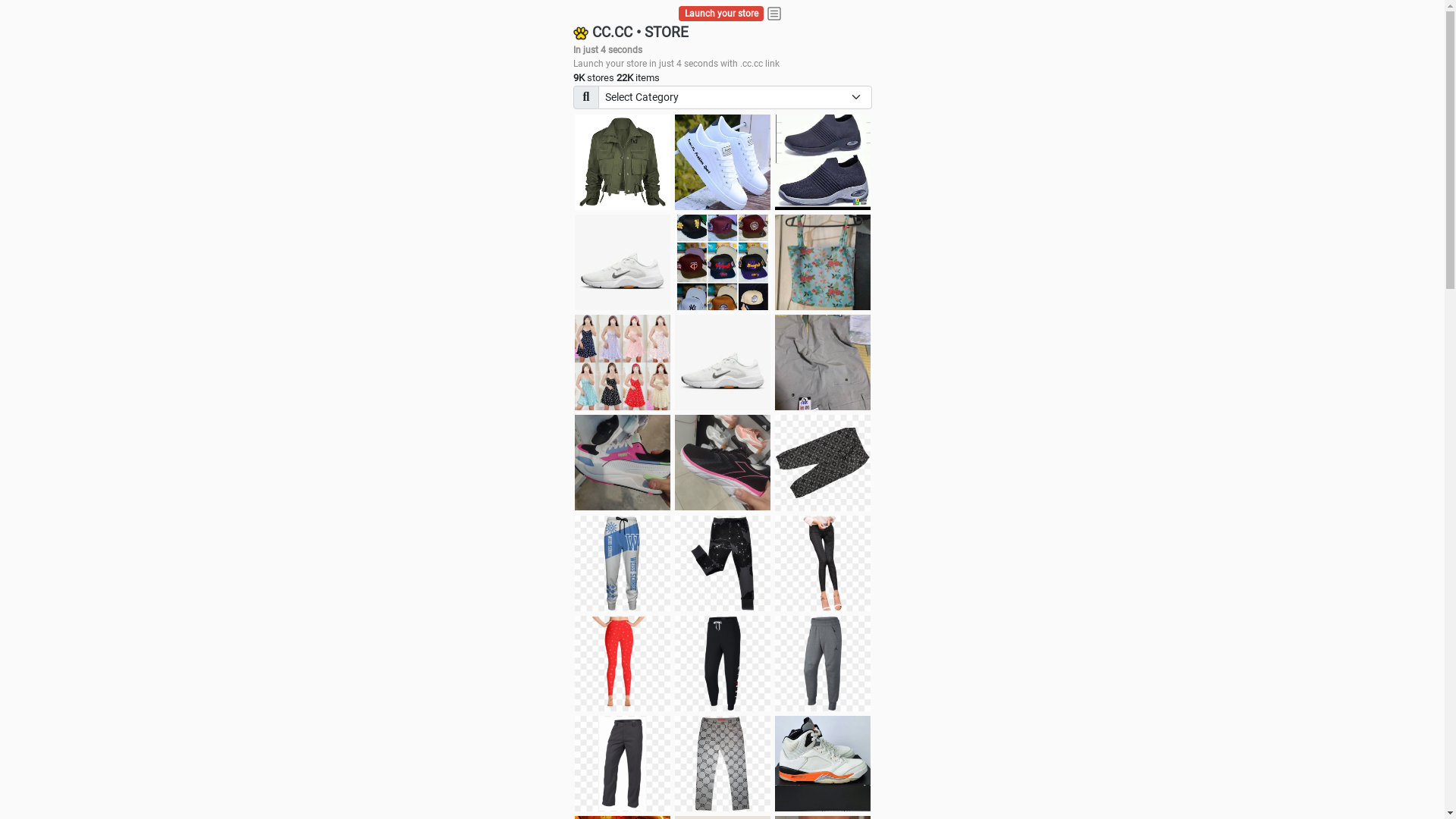 This screenshot has height=819, width=1456. Describe the element at coordinates (821, 262) in the screenshot. I see `'Ukay cloth'` at that location.